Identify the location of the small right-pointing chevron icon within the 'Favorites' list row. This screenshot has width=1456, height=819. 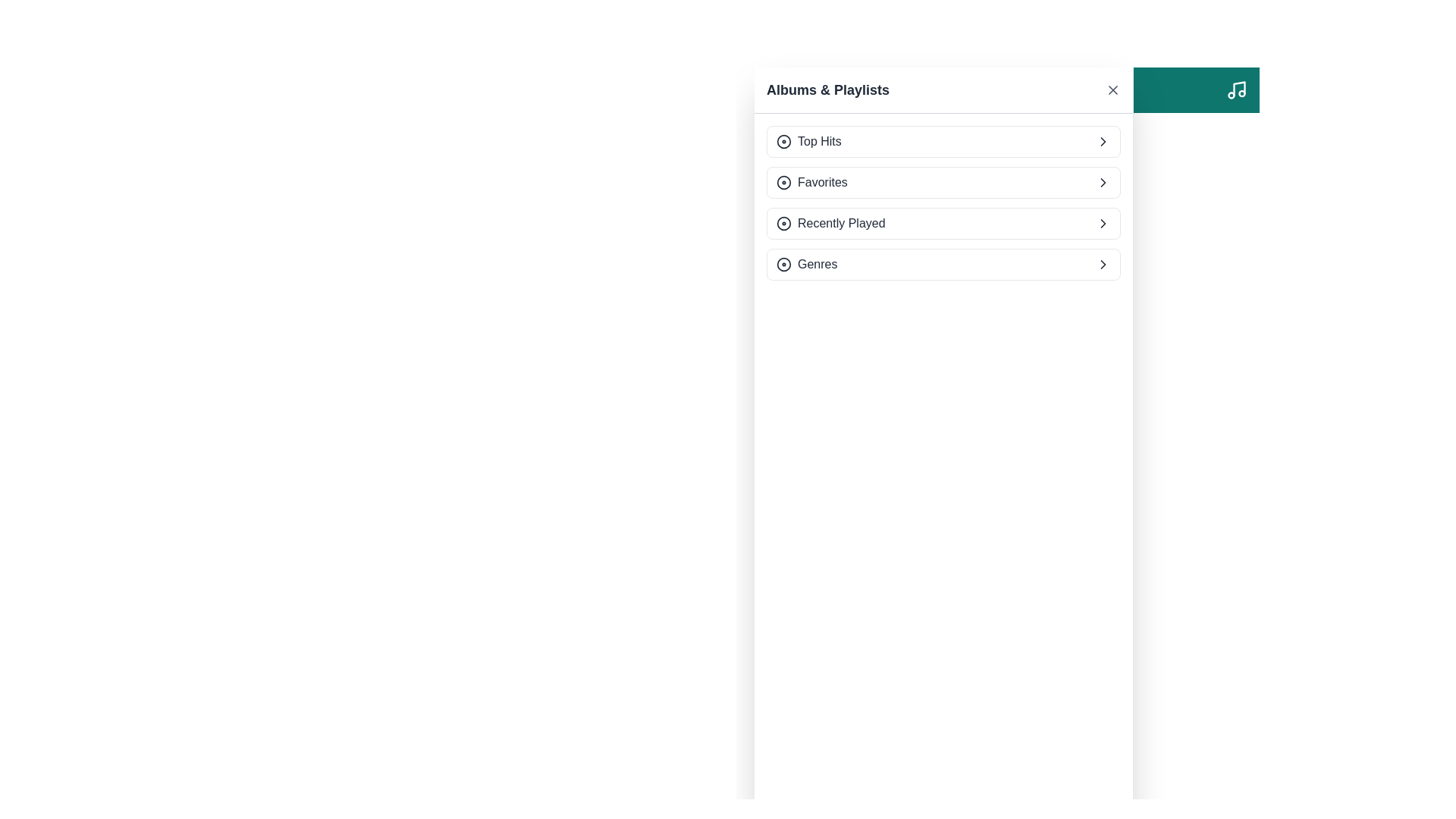
(1103, 181).